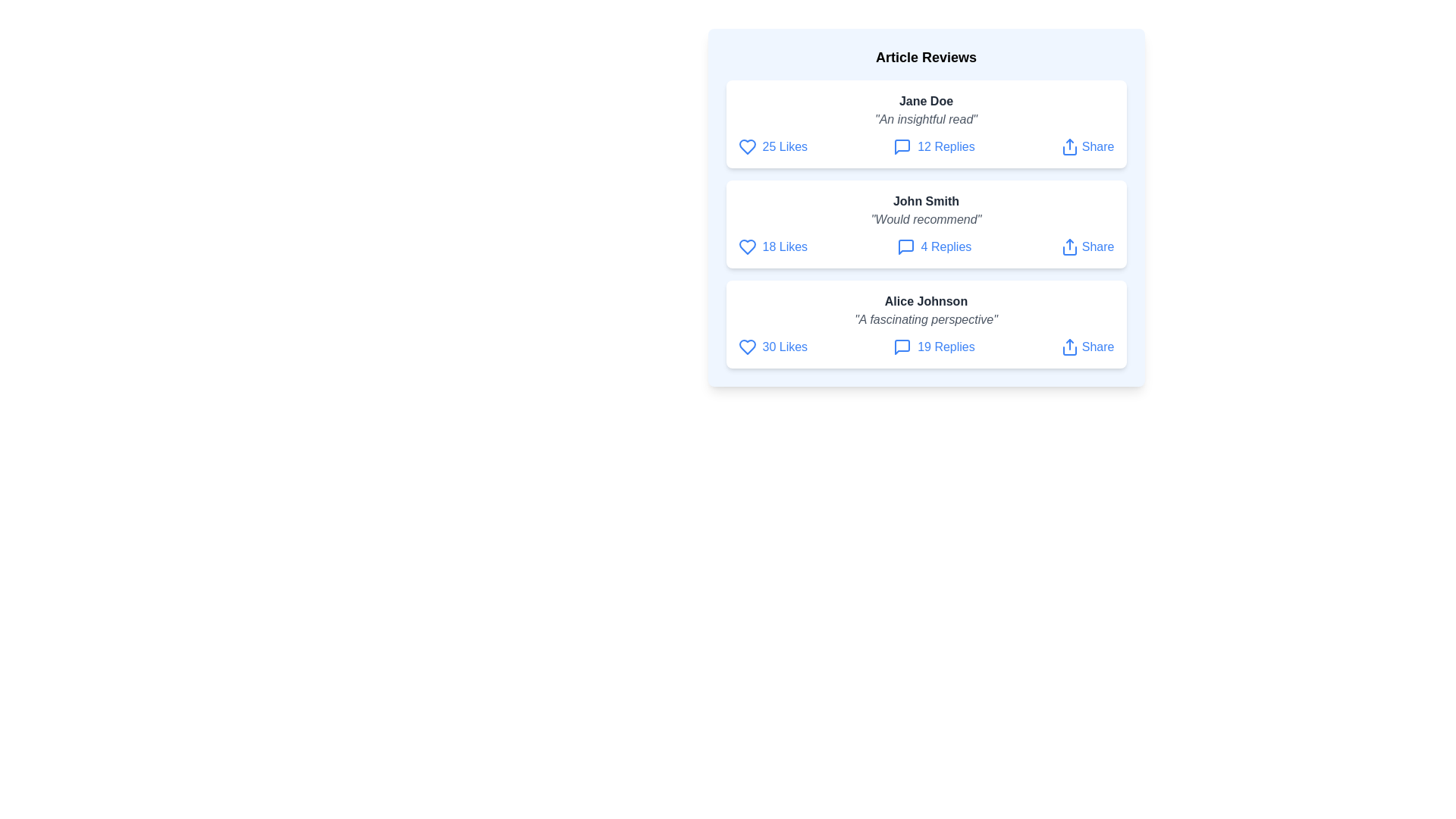 The image size is (1456, 819). What do you see at coordinates (933, 246) in the screenshot?
I see `the replies button for the review by John Smith` at bounding box center [933, 246].